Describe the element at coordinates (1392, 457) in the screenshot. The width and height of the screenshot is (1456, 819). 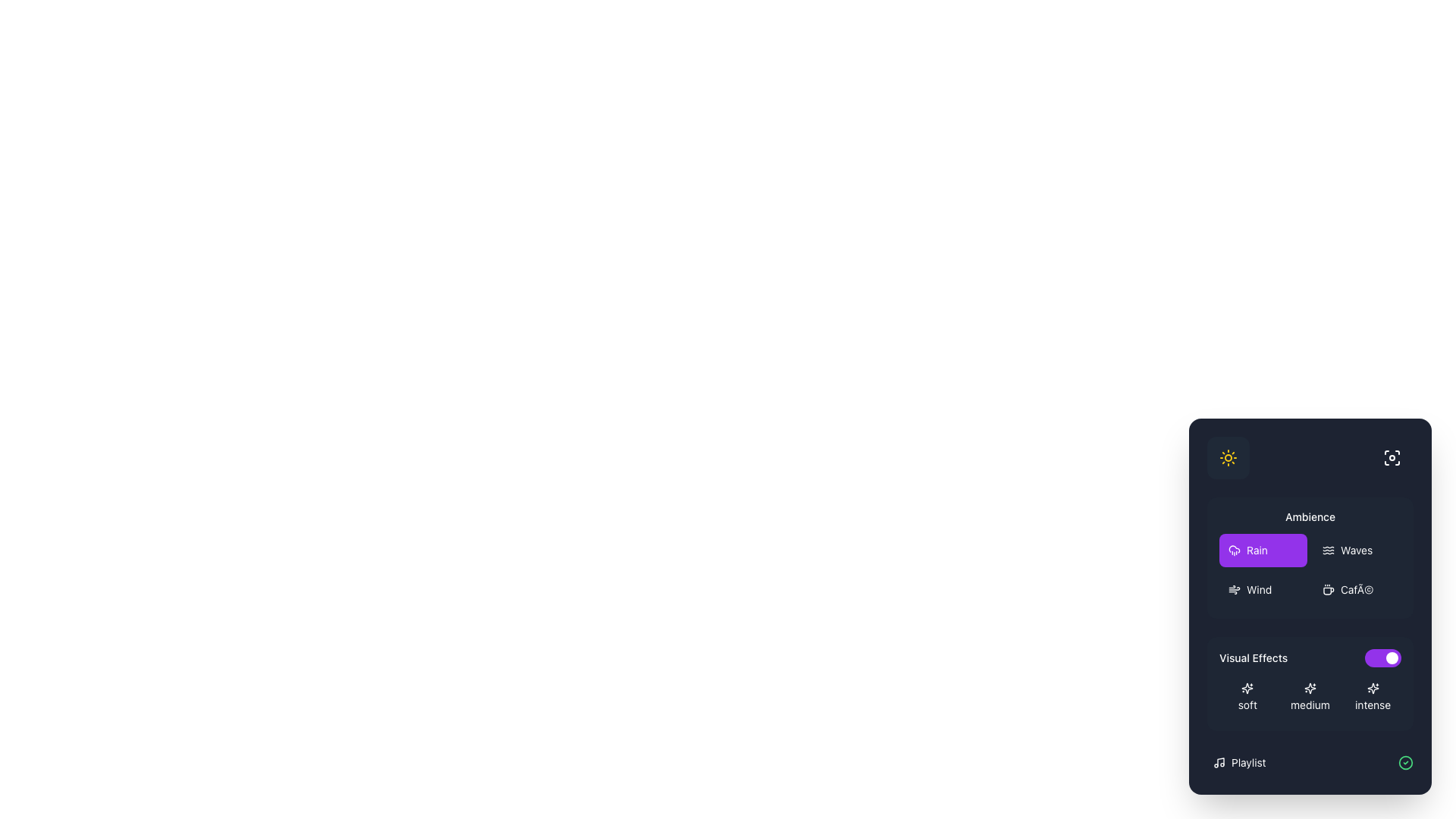
I see `the recording symbol button located at the top-right corner of the panel` at that location.